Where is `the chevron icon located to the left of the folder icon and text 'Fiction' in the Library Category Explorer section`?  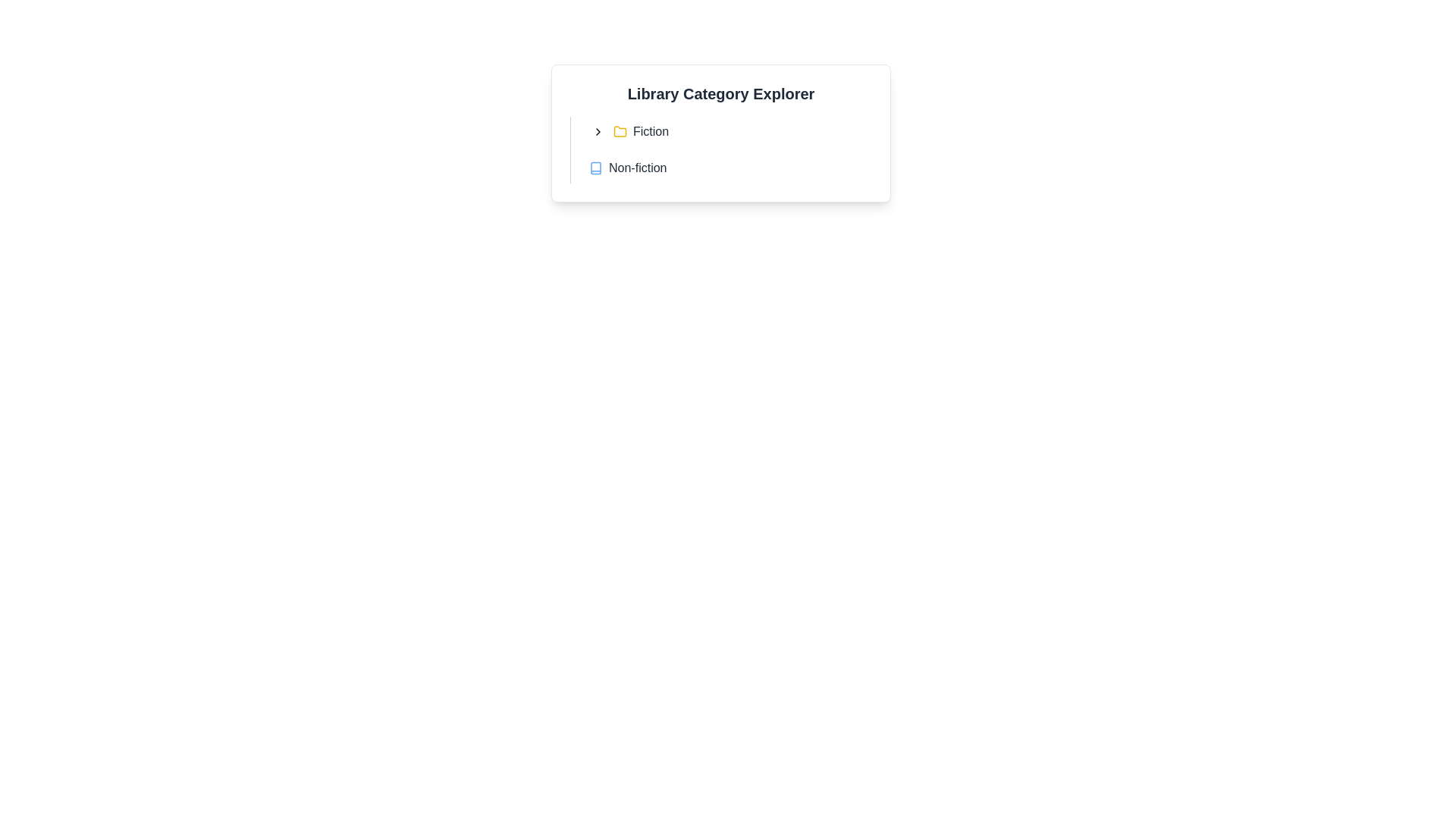 the chevron icon located to the left of the folder icon and text 'Fiction' in the Library Category Explorer section is located at coordinates (597, 130).